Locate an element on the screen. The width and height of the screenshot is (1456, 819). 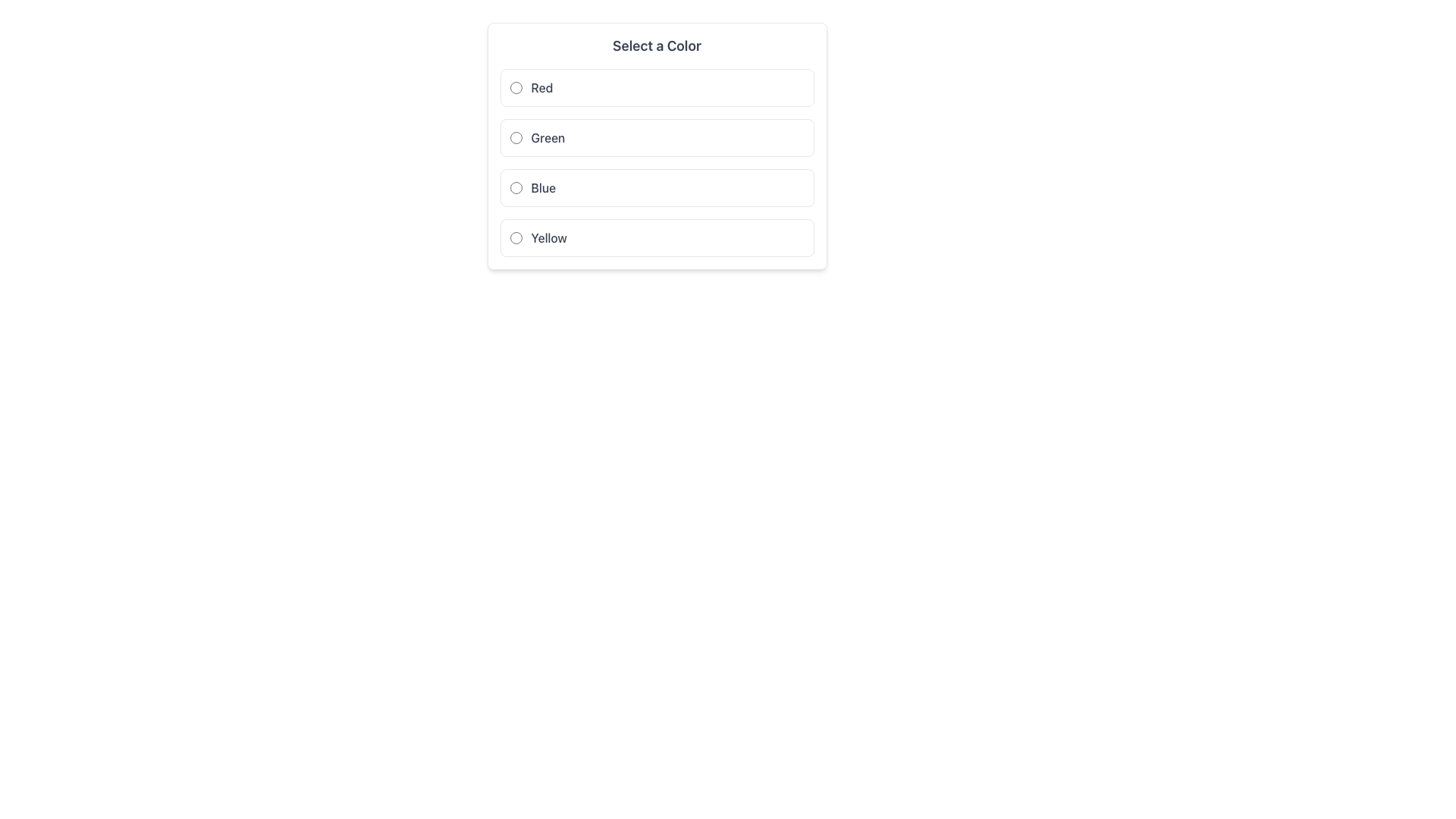
the radio button labeled 'Green' is located at coordinates (657, 137).